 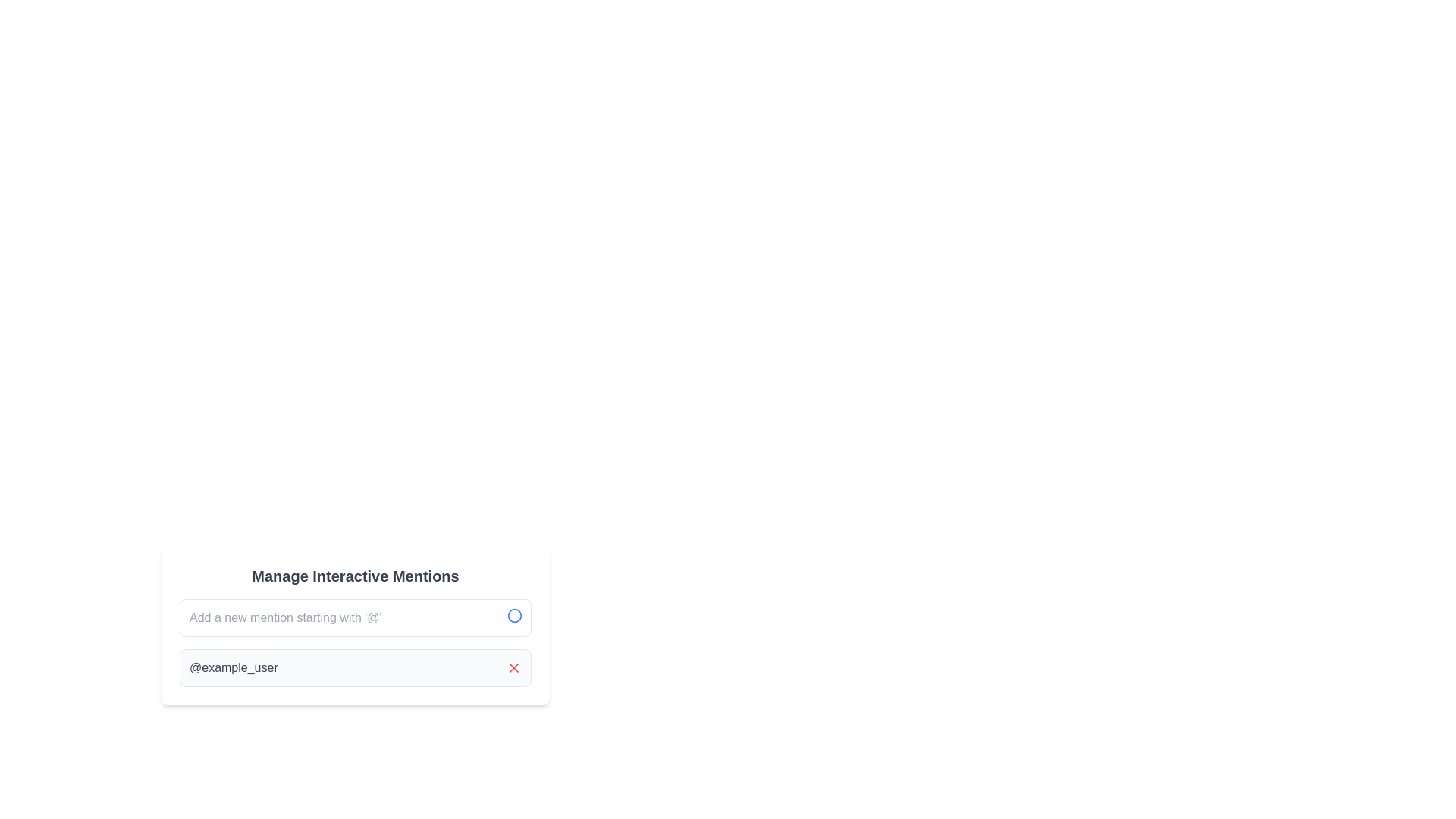 What do you see at coordinates (513, 667) in the screenshot?
I see `the dismiss button represented by the cross icon at the rightmost end of the user mention '@example_user'` at bounding box center [513, 667].